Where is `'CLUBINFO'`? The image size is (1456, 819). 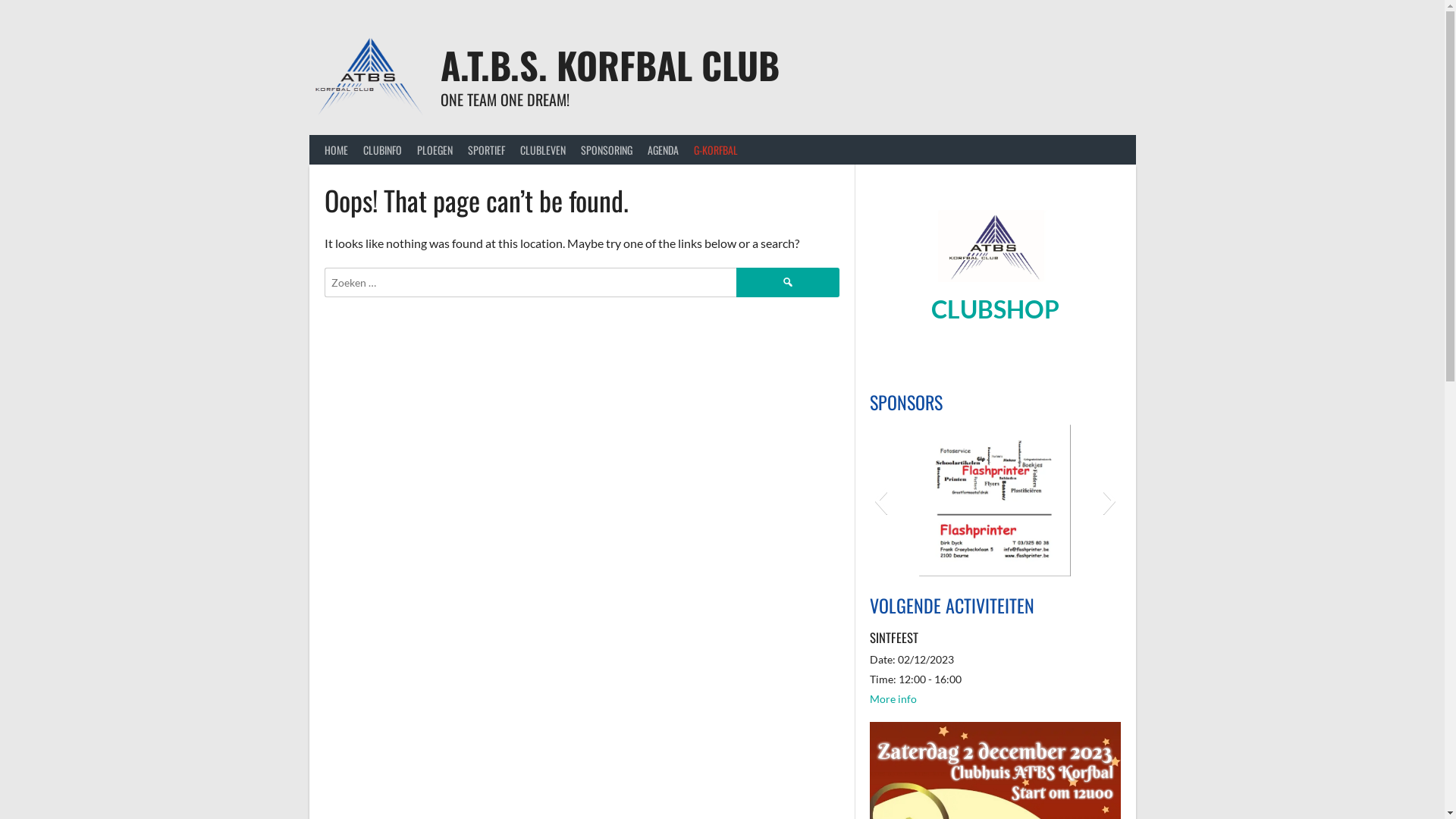
'CLUBINFO' is located at coordinates (381, 149).